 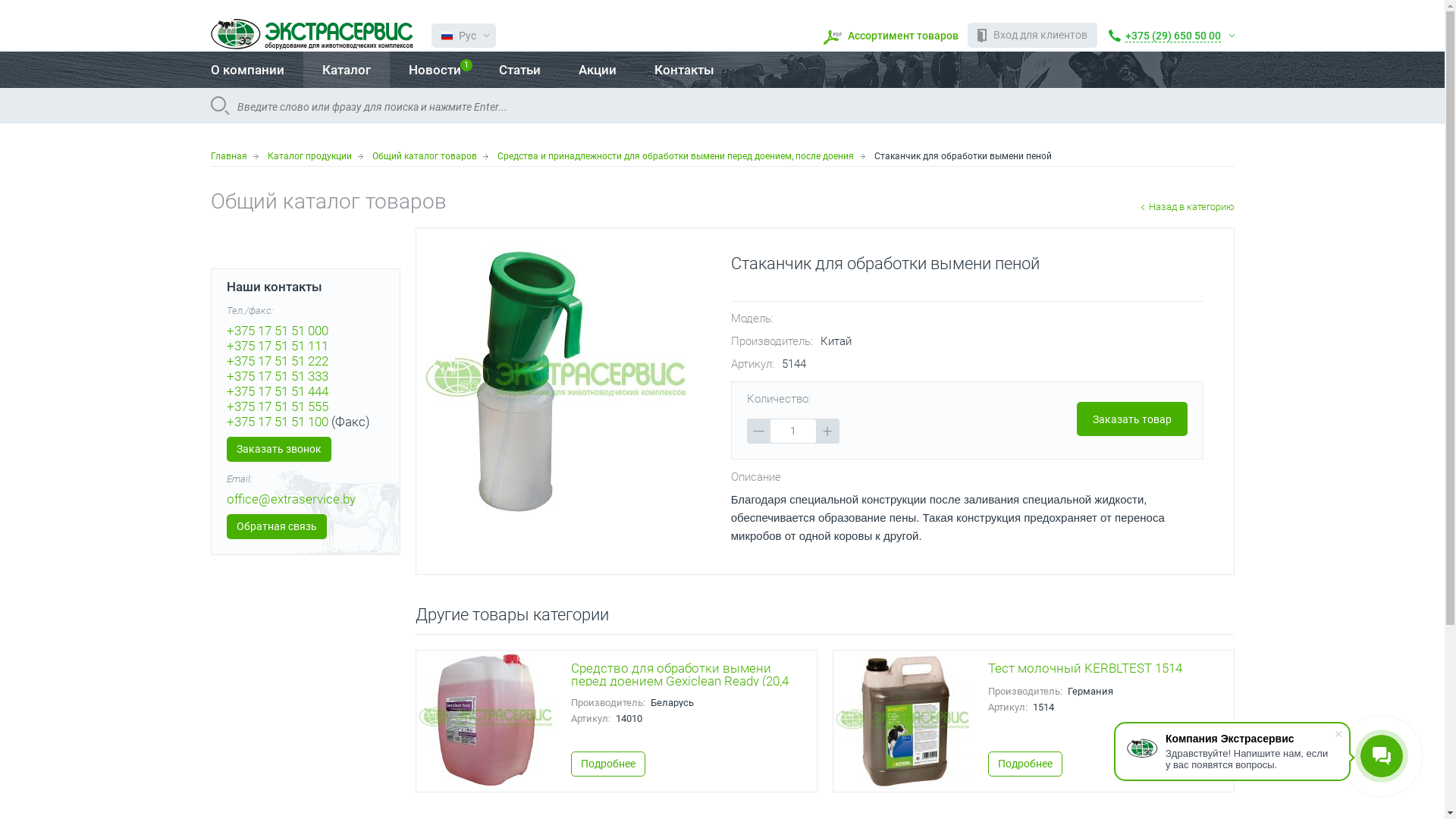 What do you see at coordinates (276, 421) in the screenshot?
I see `'+375 17 51 51 100'` at bounding box center [276, 421].